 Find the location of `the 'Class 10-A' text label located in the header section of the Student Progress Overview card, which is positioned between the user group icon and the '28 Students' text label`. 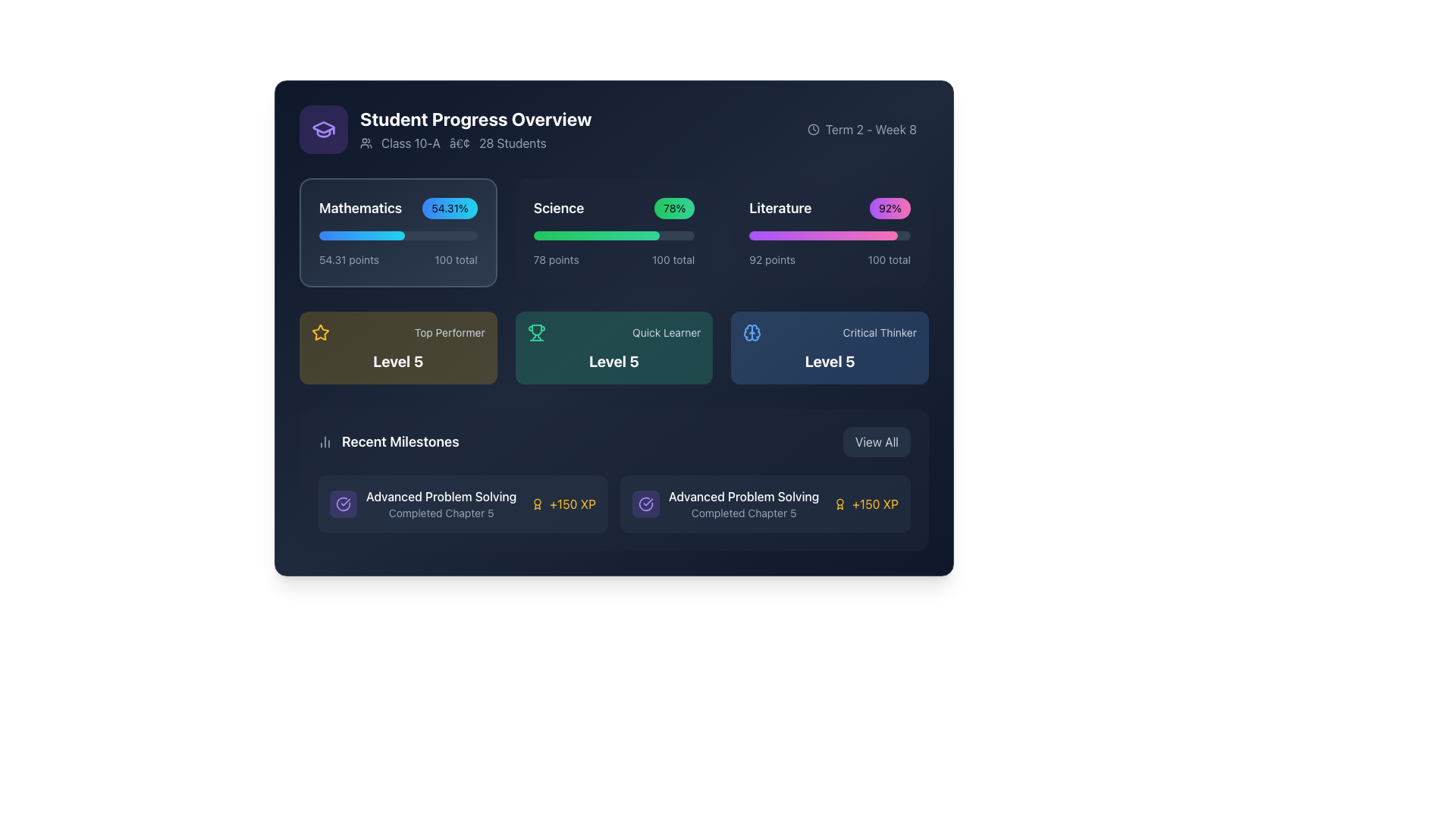

the 'Class 10-A' text label located in the header section of the Student Progress Overview card, which is positioned between the user group icon and the '28 Students' text label is located at coordinates (411, 143).